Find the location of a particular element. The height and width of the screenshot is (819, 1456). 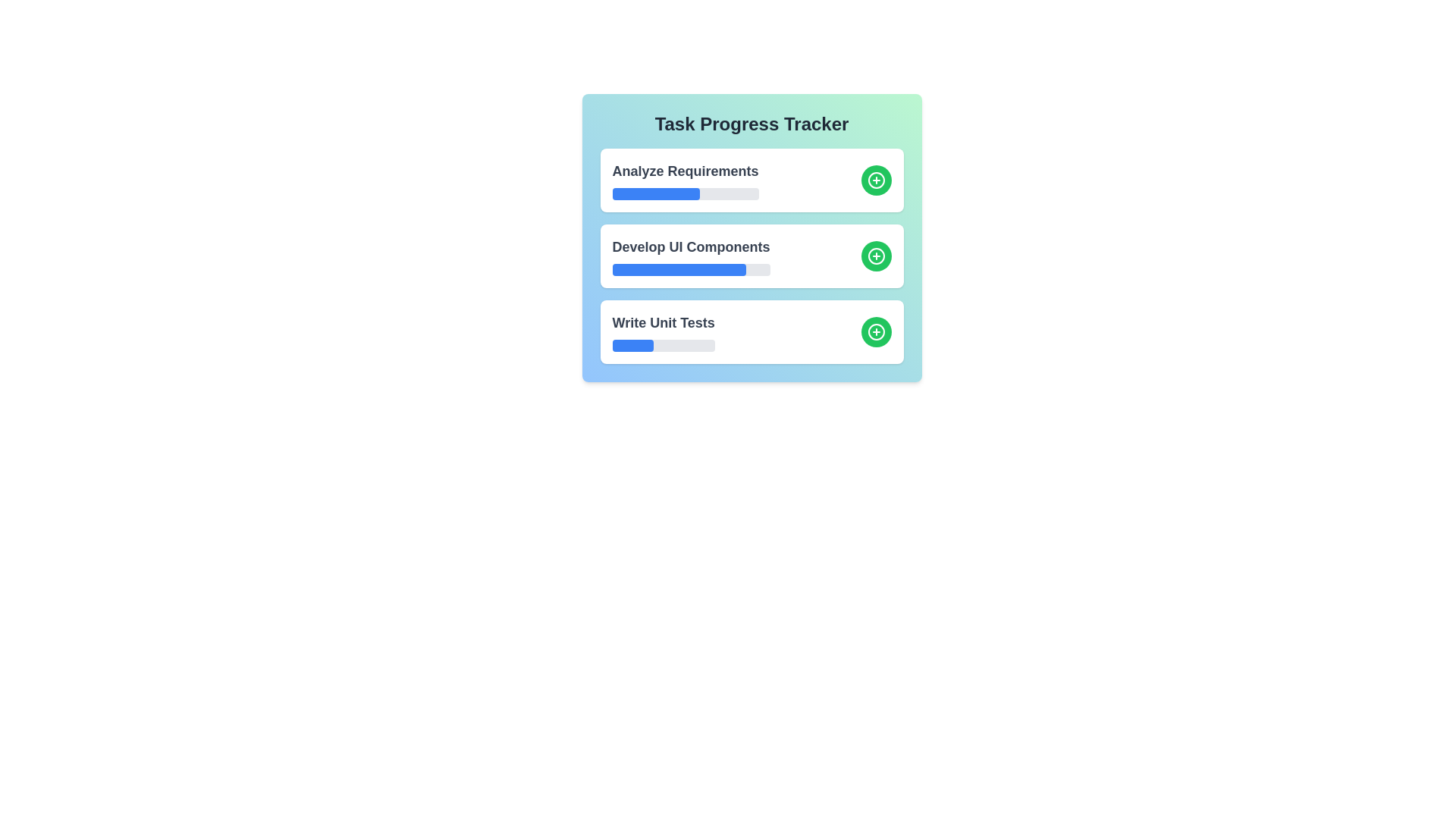

'+' button for the task 'Write Unit Tests' to increase its progress is located at coordinates (876, 331).